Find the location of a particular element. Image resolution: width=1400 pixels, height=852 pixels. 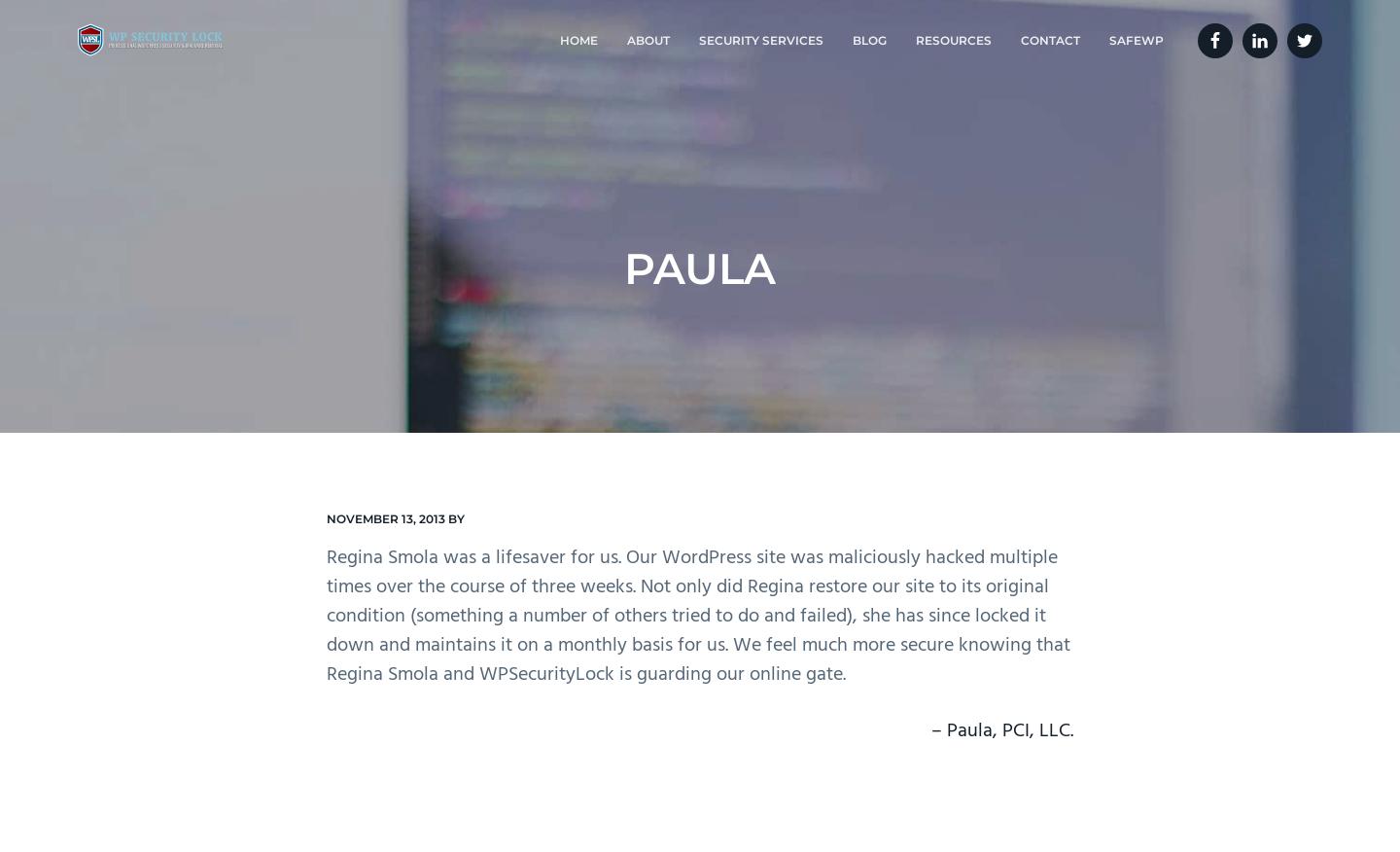

'November 13, 2013' is located at coordinates (326, 517).